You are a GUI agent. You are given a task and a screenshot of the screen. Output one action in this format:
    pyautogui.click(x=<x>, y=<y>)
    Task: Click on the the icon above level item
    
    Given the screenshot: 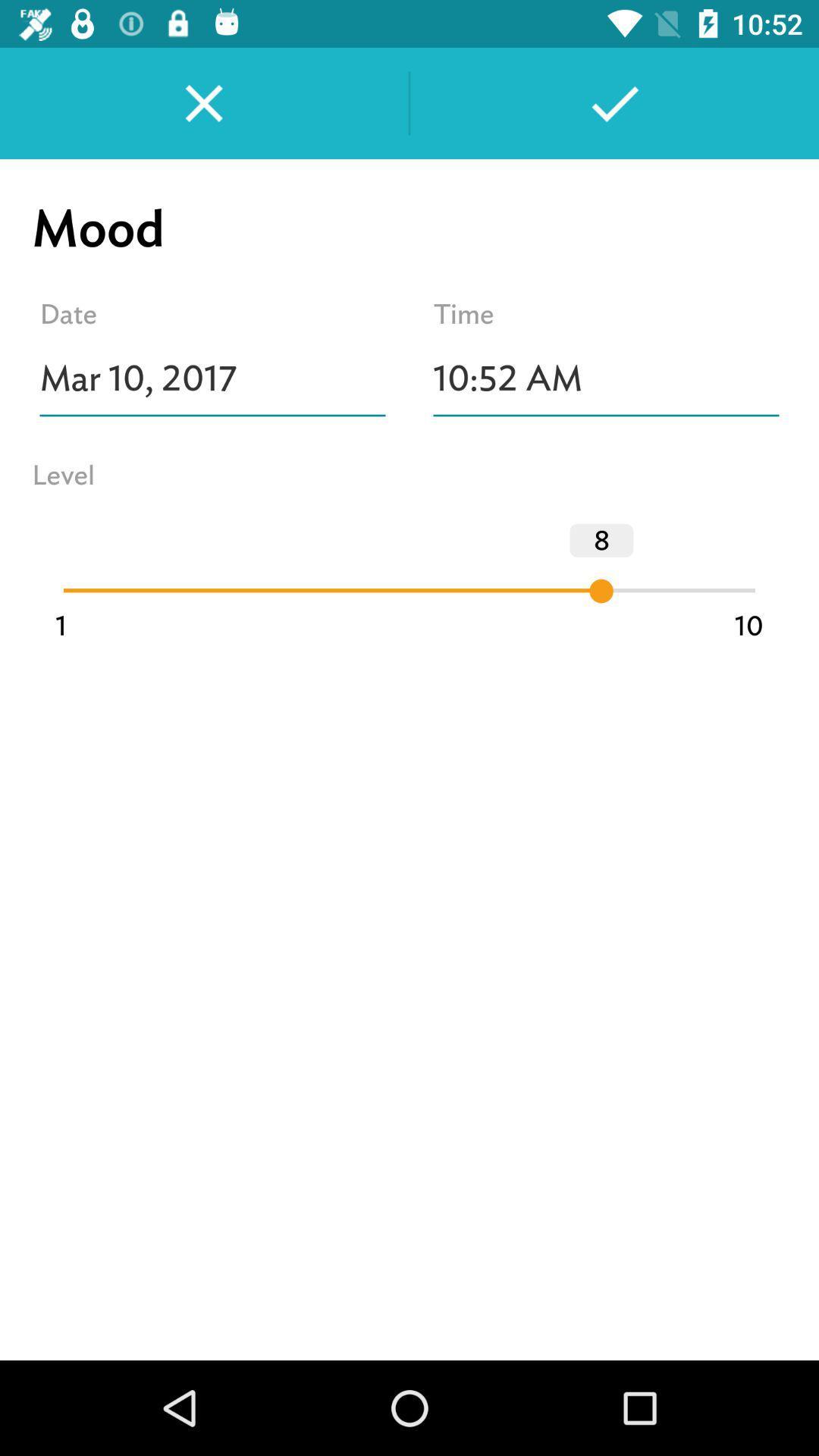 What is the action you would take?
    pyautogui.click(x=212, y=378)
    